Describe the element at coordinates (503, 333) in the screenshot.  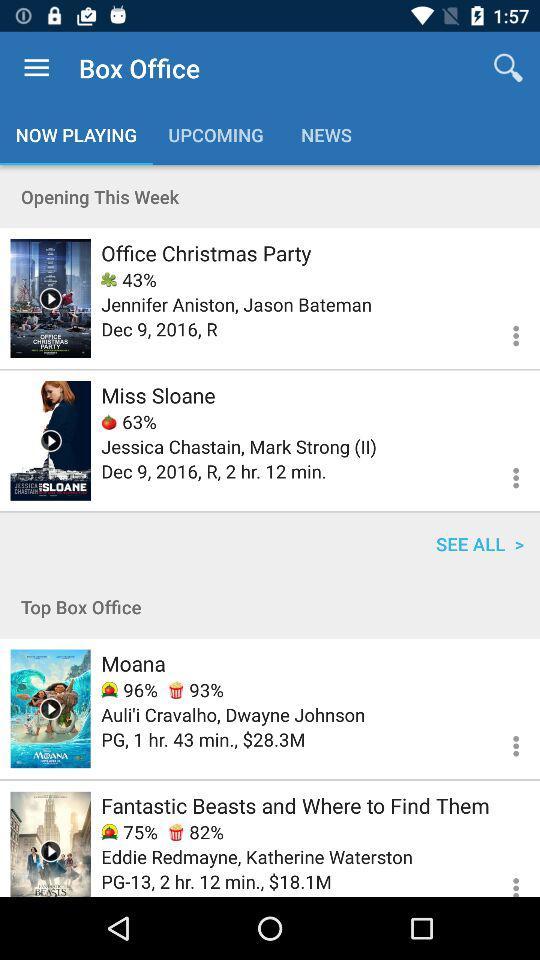
I see `see more information about the option` at that location.